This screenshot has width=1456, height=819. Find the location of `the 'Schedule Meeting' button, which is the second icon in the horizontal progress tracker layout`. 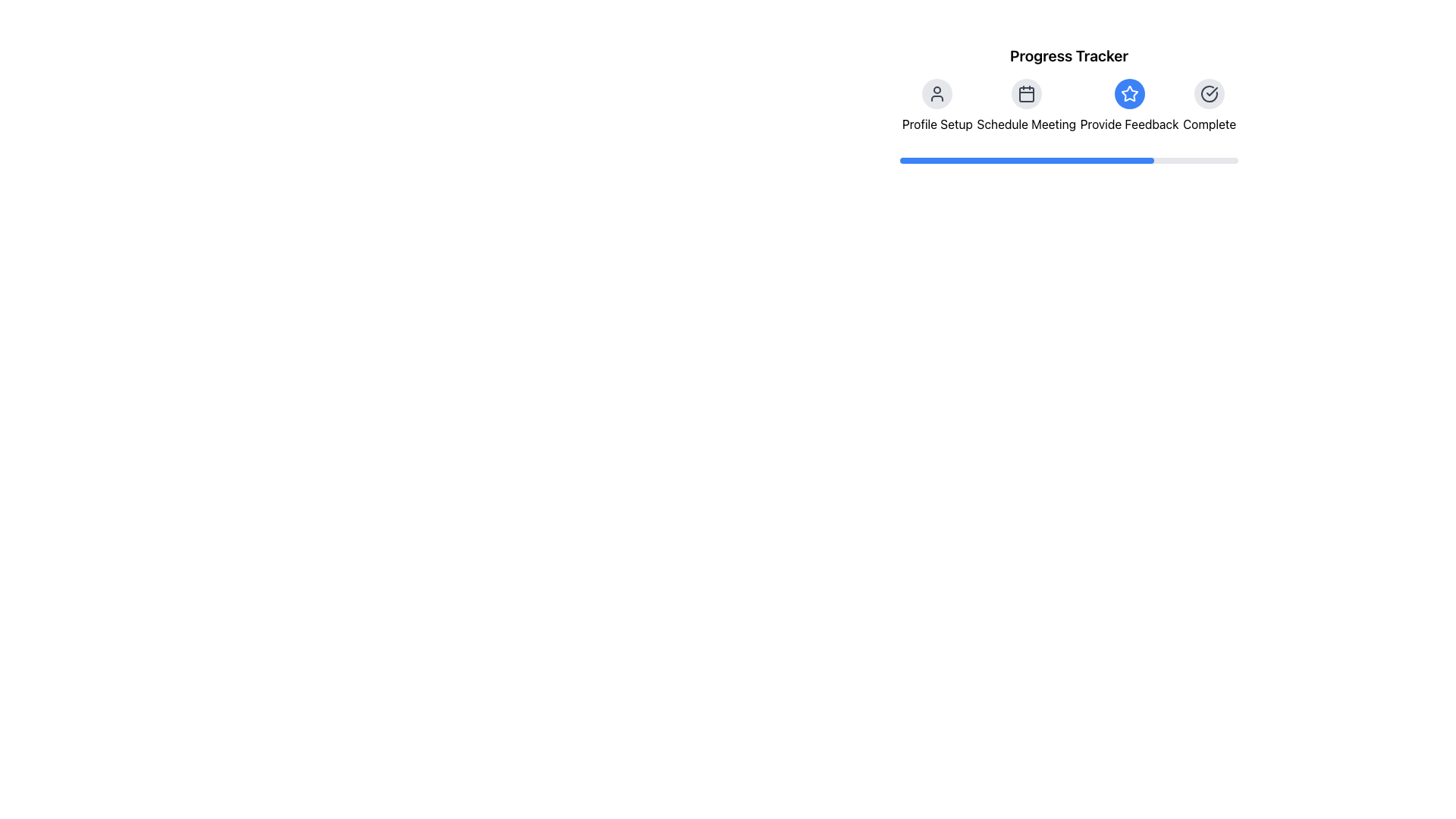

the 'Schedule Meeting' button, which is the second icon in the horizontal progress tracker layout is located at coordinates (1026, 93).